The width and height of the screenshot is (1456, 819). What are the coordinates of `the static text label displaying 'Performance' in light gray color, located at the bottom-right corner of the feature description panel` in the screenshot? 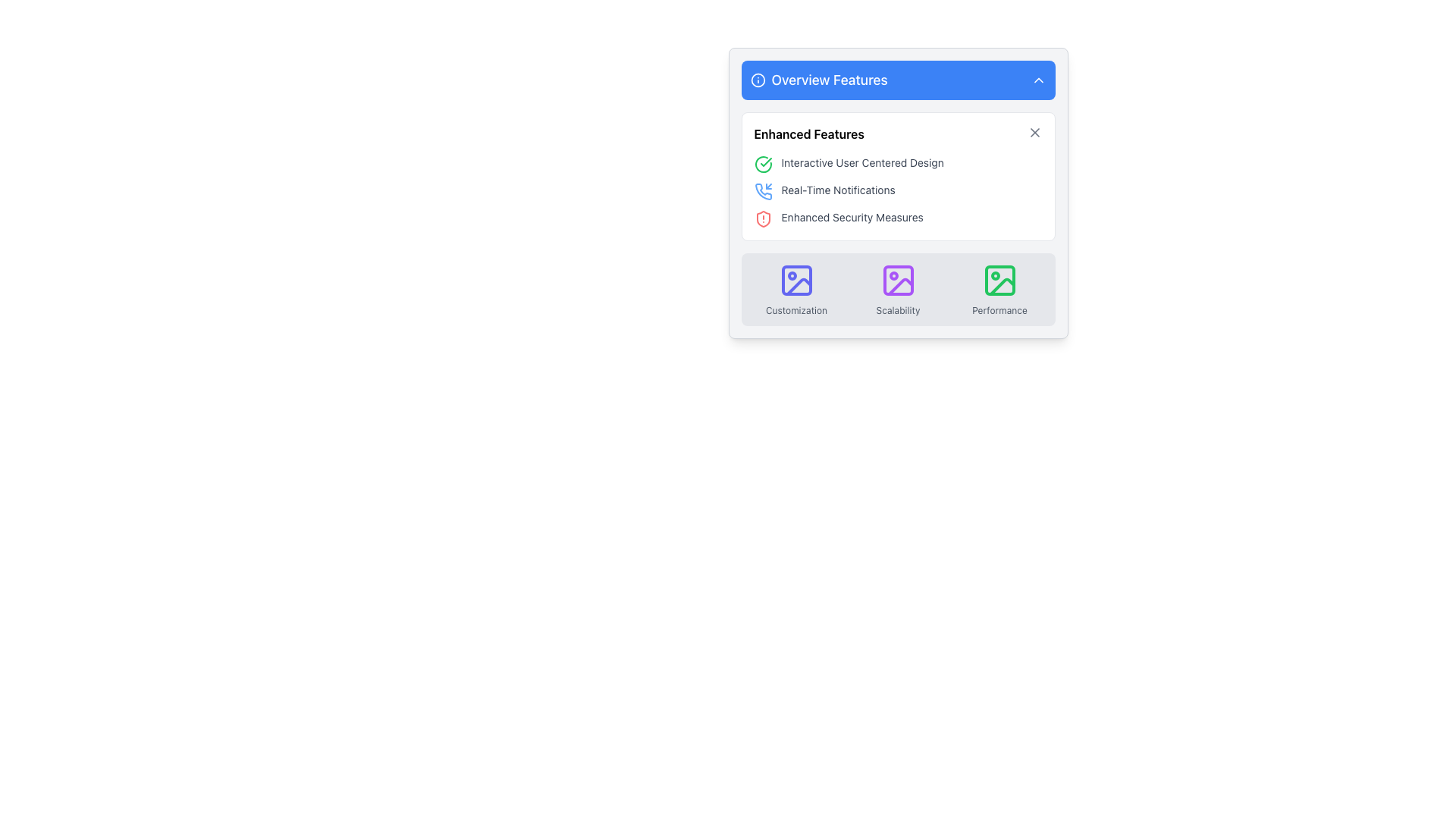 It's located at (999, 309).